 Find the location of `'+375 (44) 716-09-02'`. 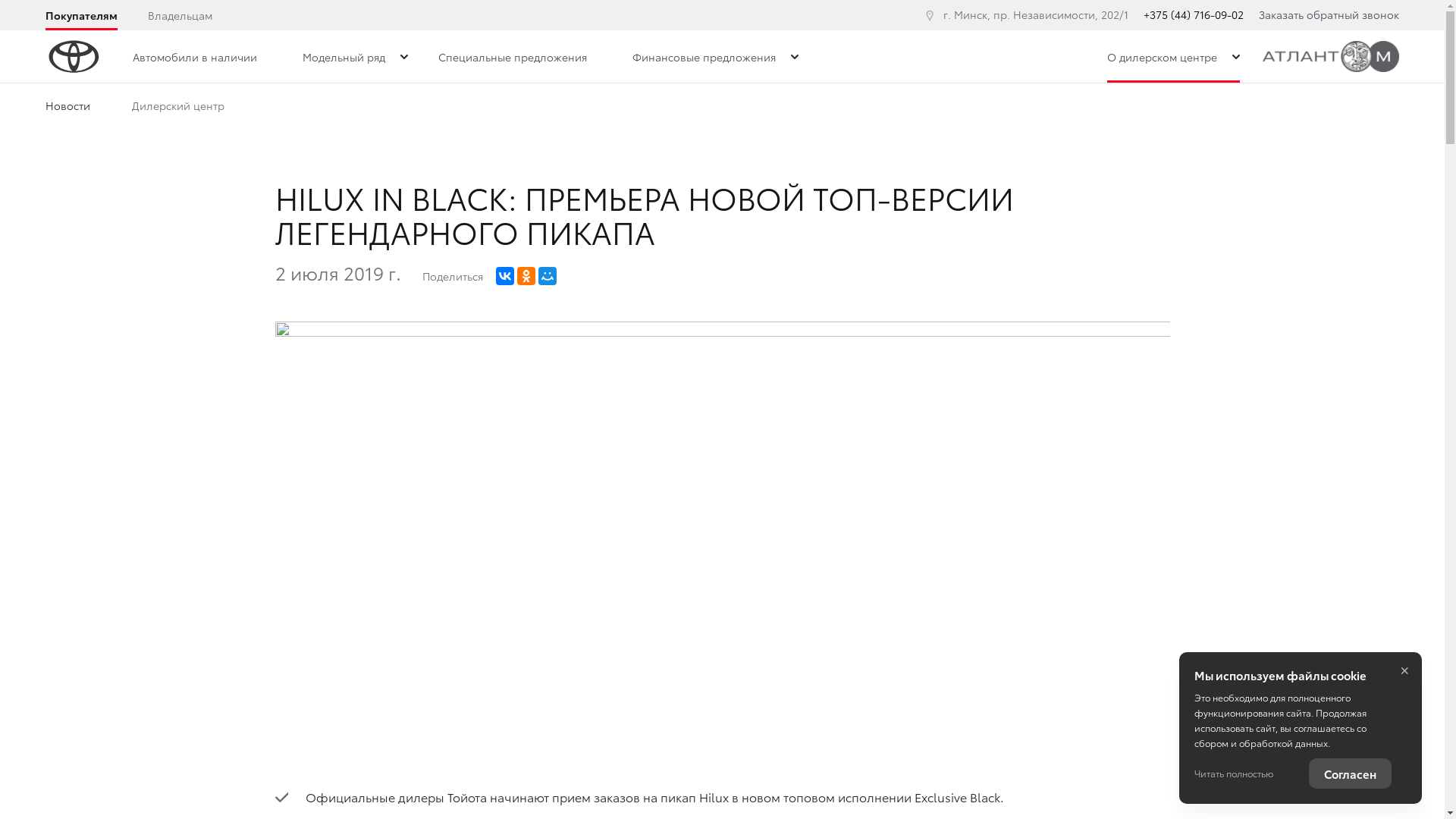

'+375 (44) 716-09-02' is located at coordinates (1193, 14).